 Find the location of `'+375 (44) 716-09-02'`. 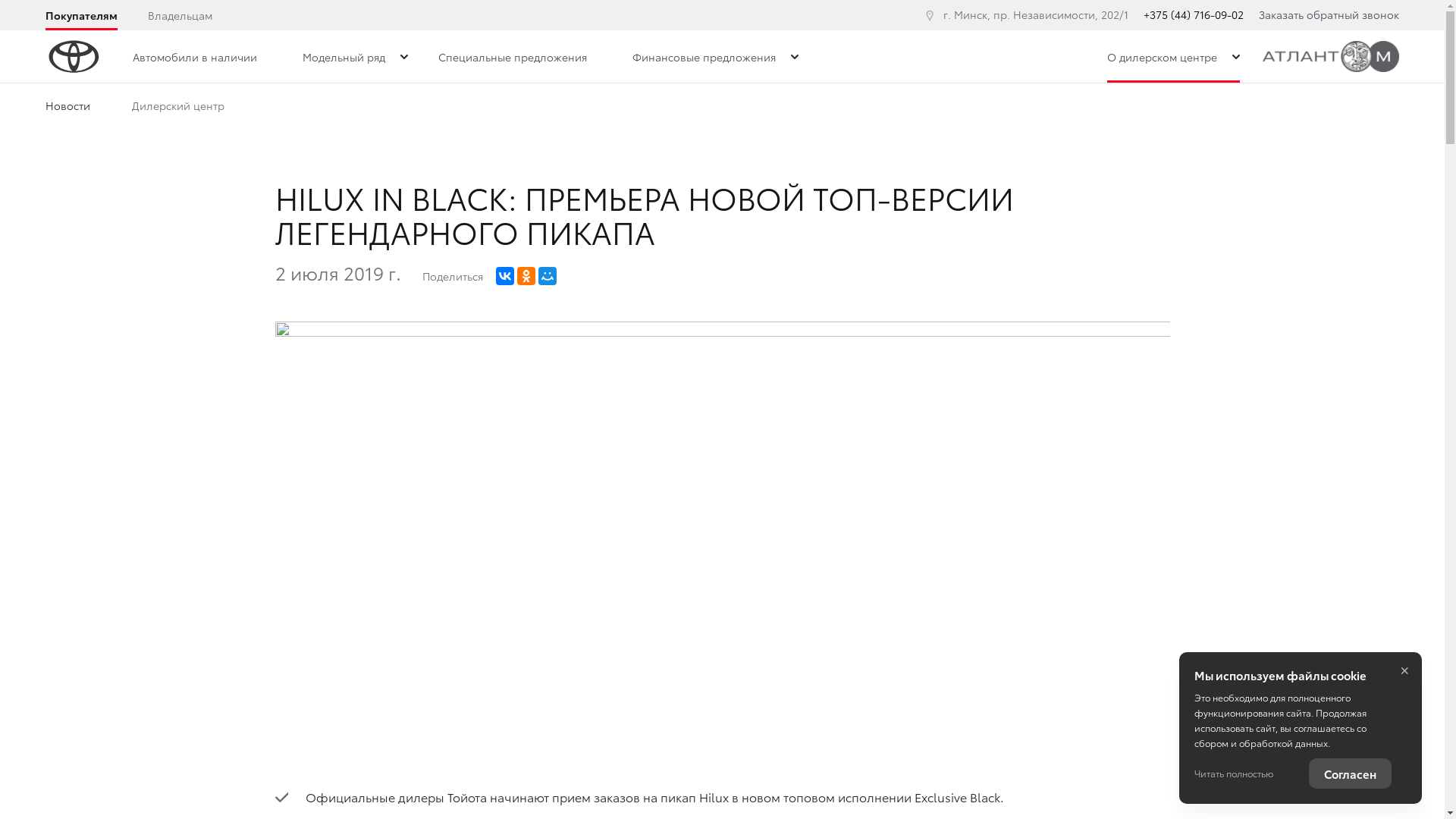

'+375 (44) 716-09-02' is located at coordinates (1193, 14).